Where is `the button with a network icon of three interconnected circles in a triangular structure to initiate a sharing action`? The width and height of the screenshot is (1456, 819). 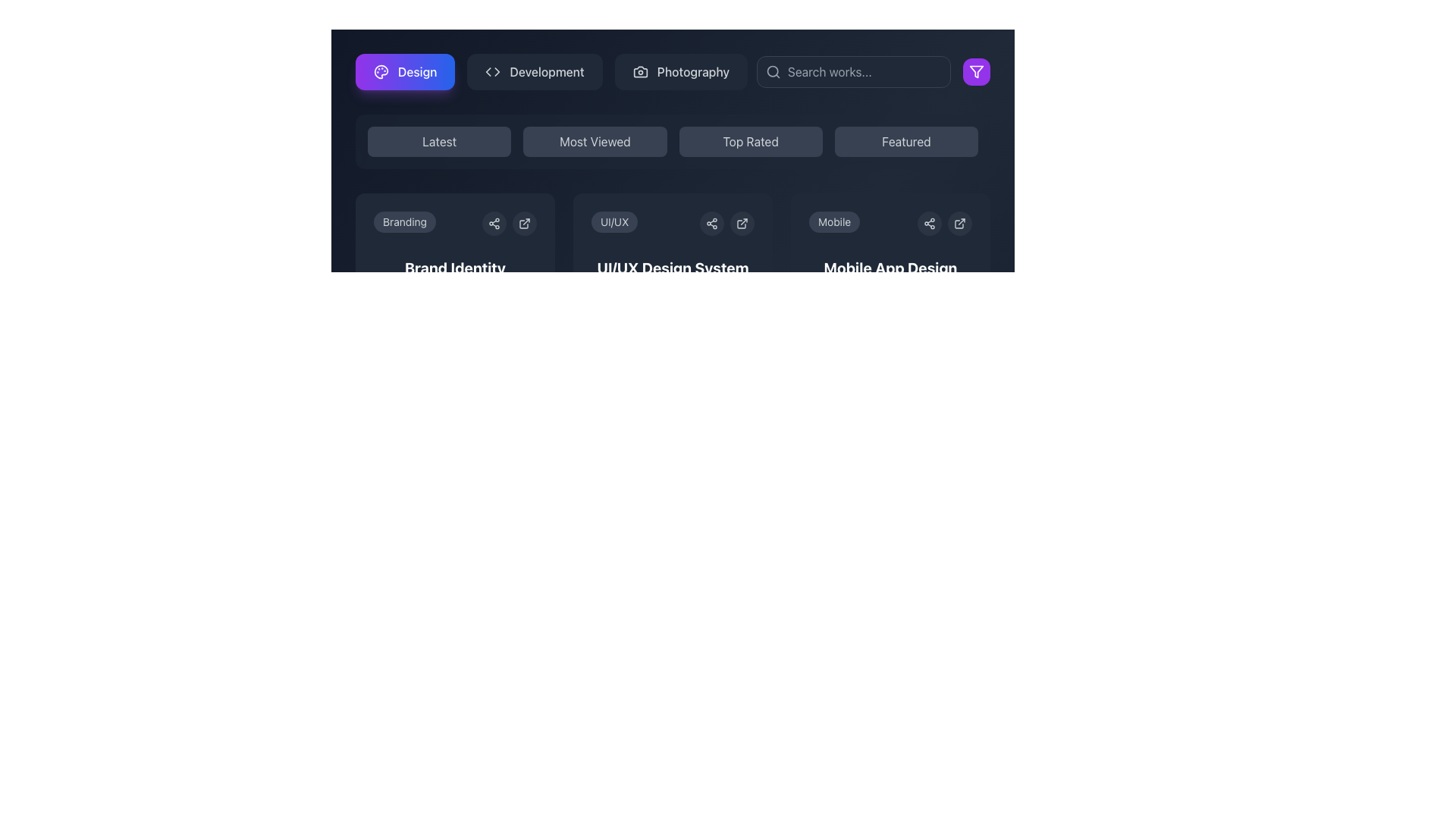 the button with a network icon of three interconnected circles in a triangular structure to initiate a sharing action is located at coordinates (711, 223).